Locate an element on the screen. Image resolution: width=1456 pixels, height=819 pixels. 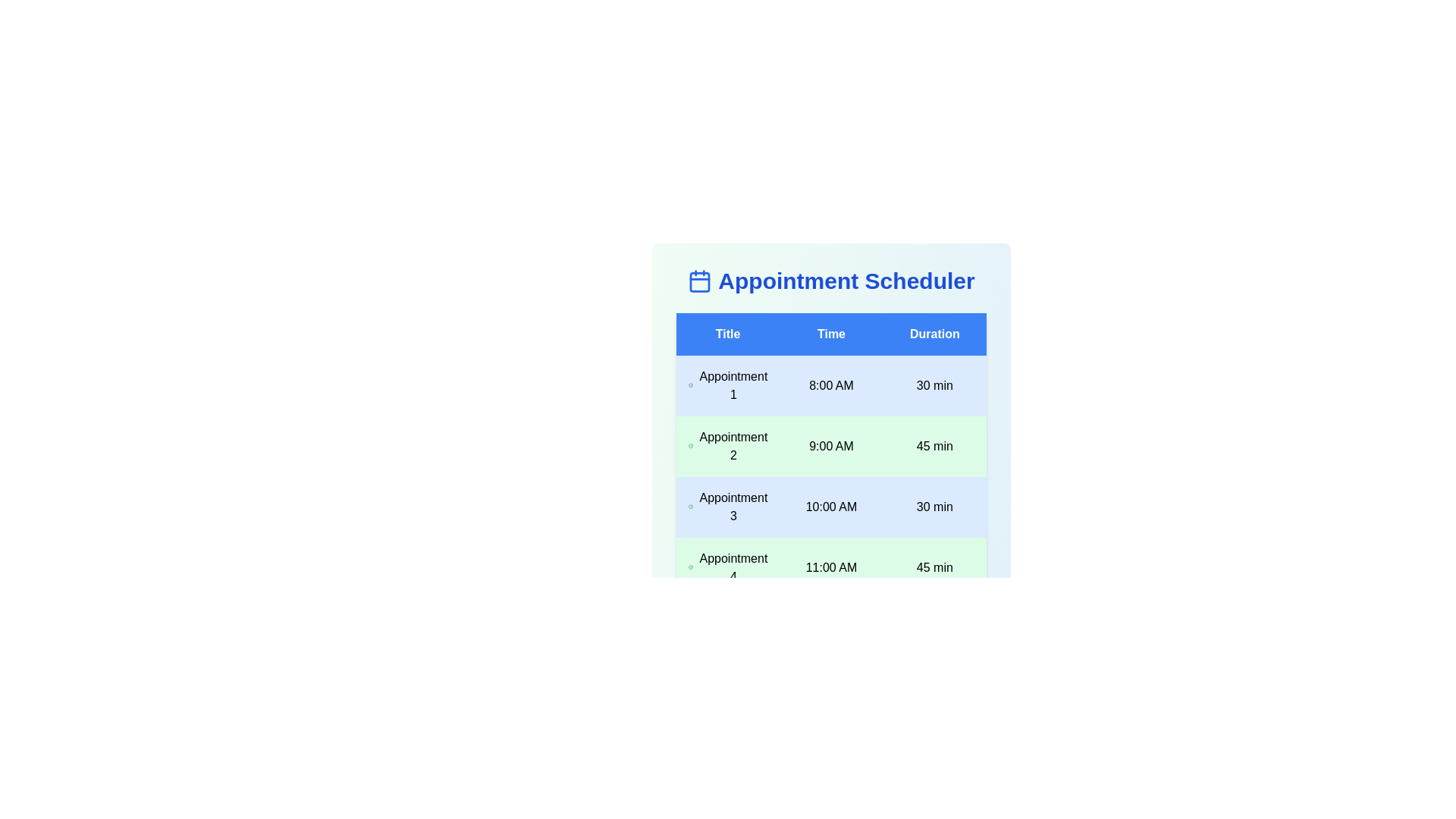
the row corresponding to Appointment 3 to select it is located at coordinates (830, 507).